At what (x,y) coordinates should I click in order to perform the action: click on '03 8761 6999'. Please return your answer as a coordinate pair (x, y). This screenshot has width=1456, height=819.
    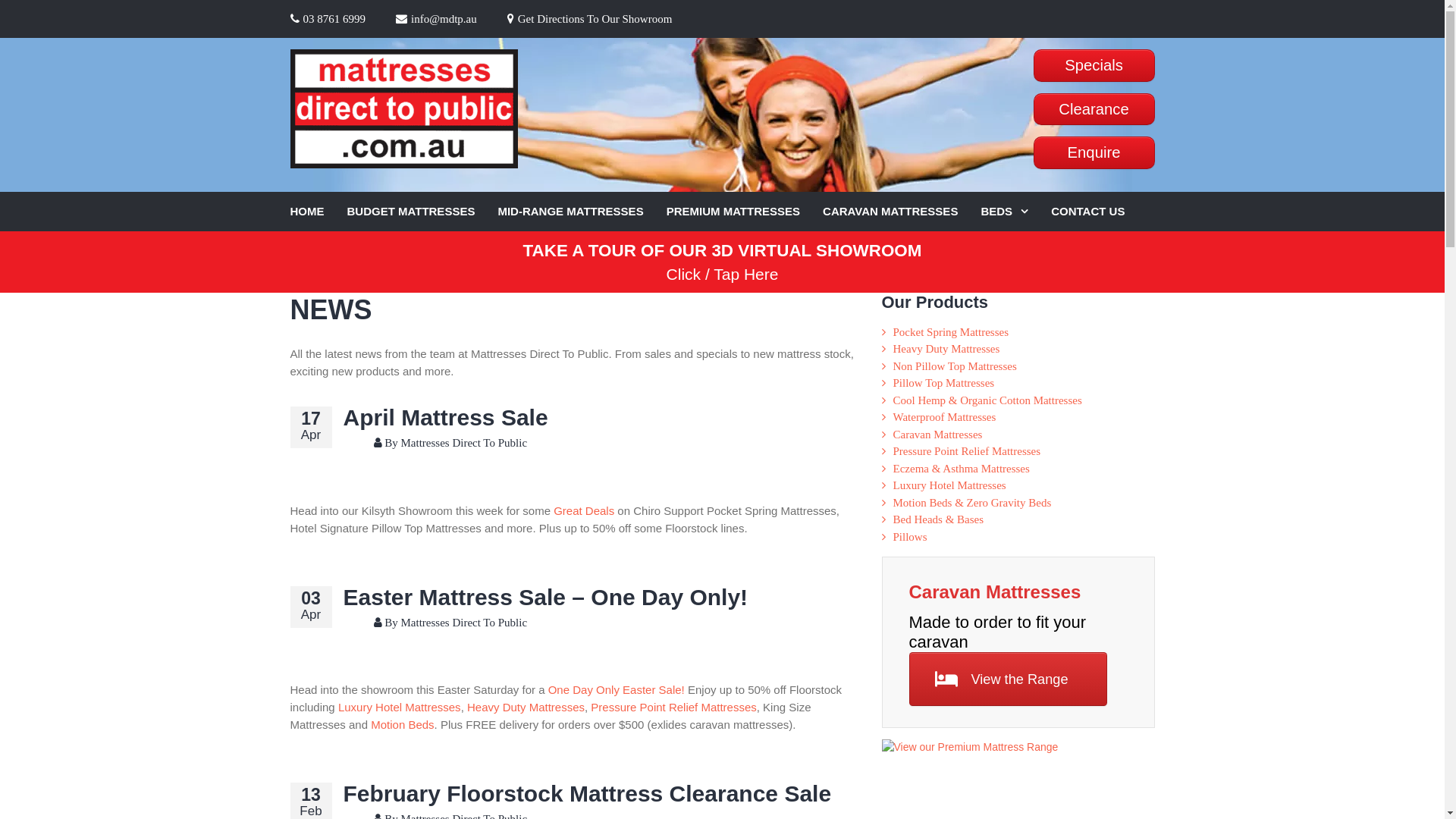
    Looking at the image, I should click on (290, 18).